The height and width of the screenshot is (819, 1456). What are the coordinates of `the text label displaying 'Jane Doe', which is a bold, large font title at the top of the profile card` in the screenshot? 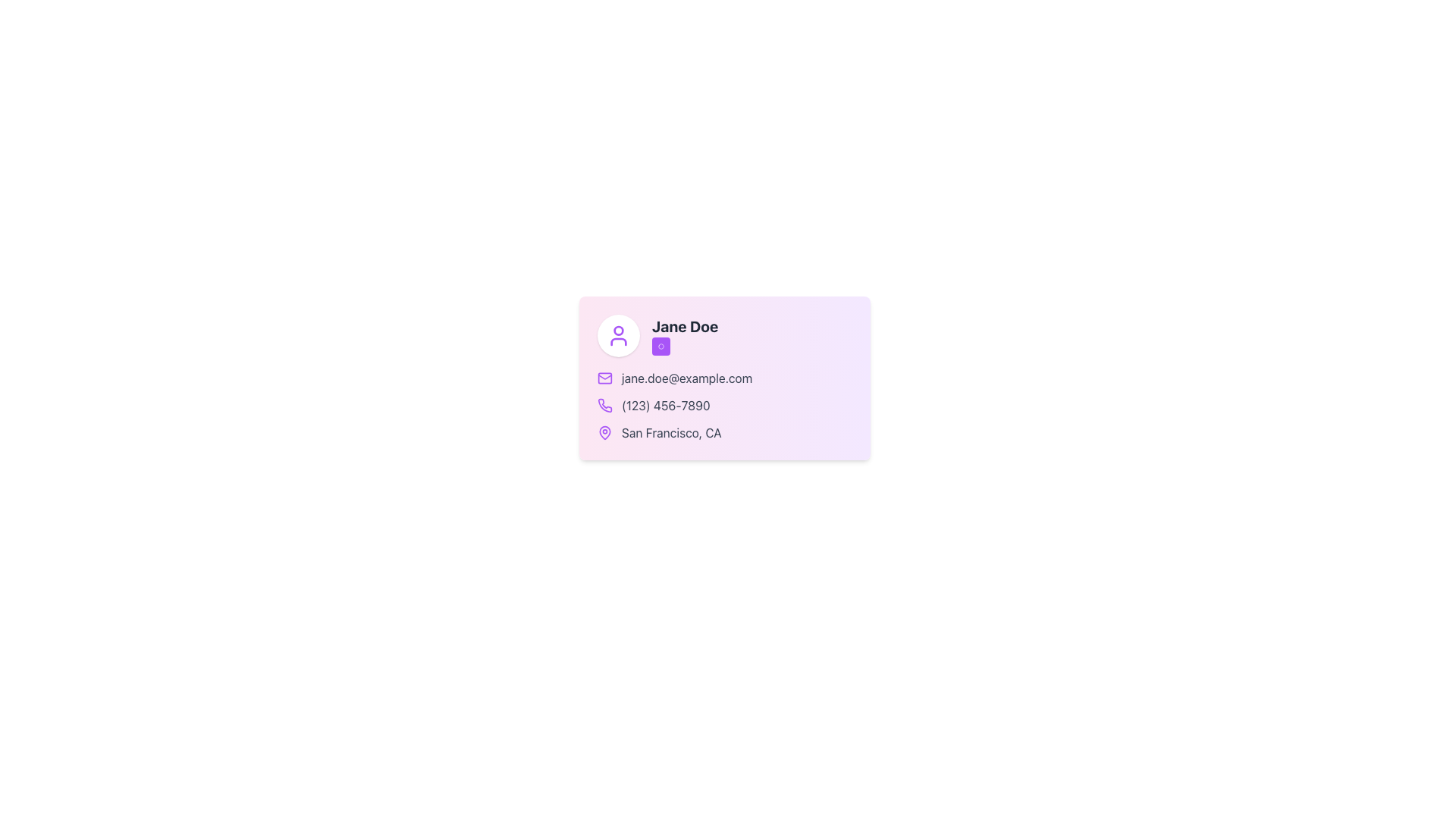 It's located at (684, 326).